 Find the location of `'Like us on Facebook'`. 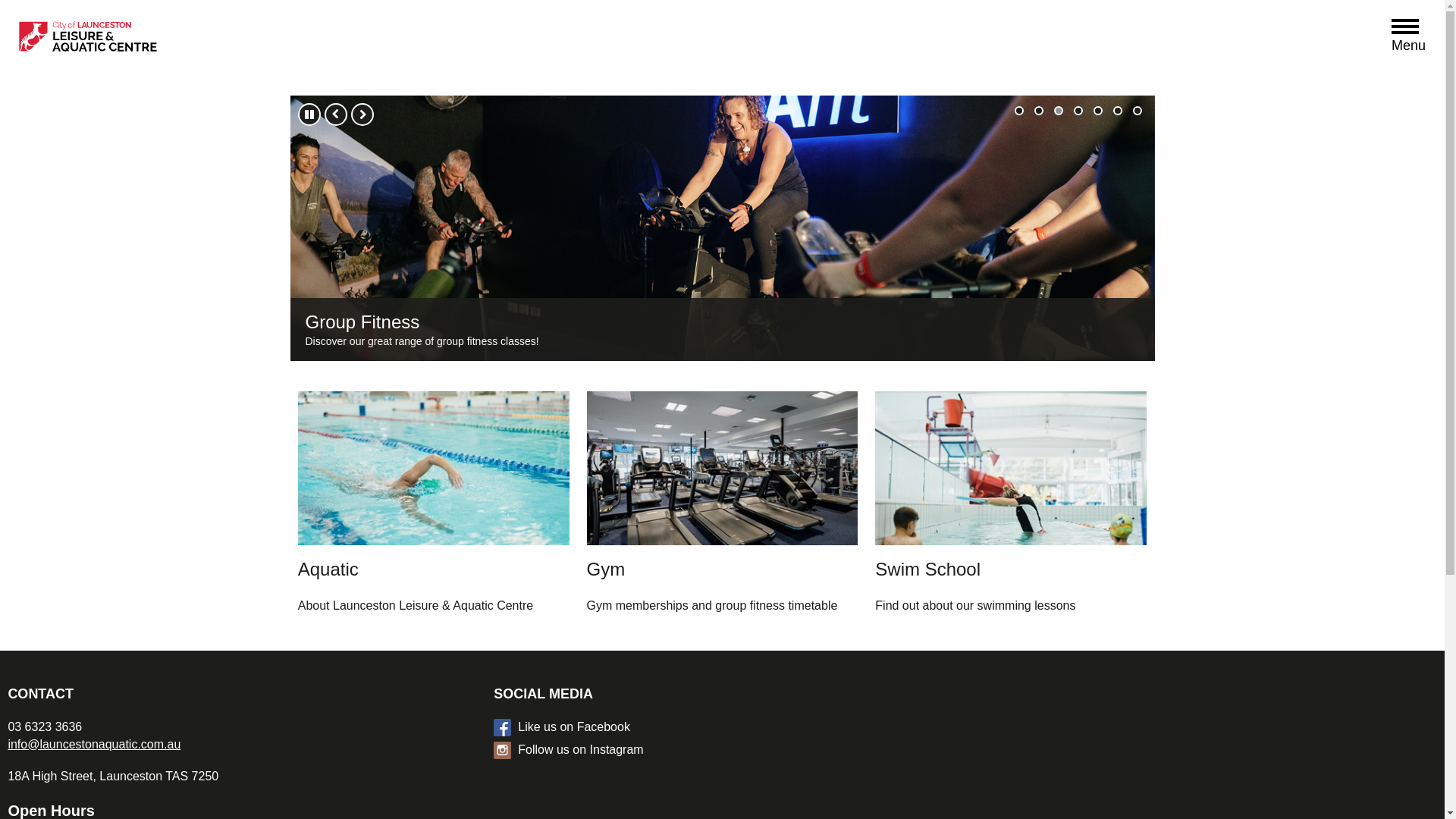

'Like us on Facebook' is located at coordinates (517, 726).